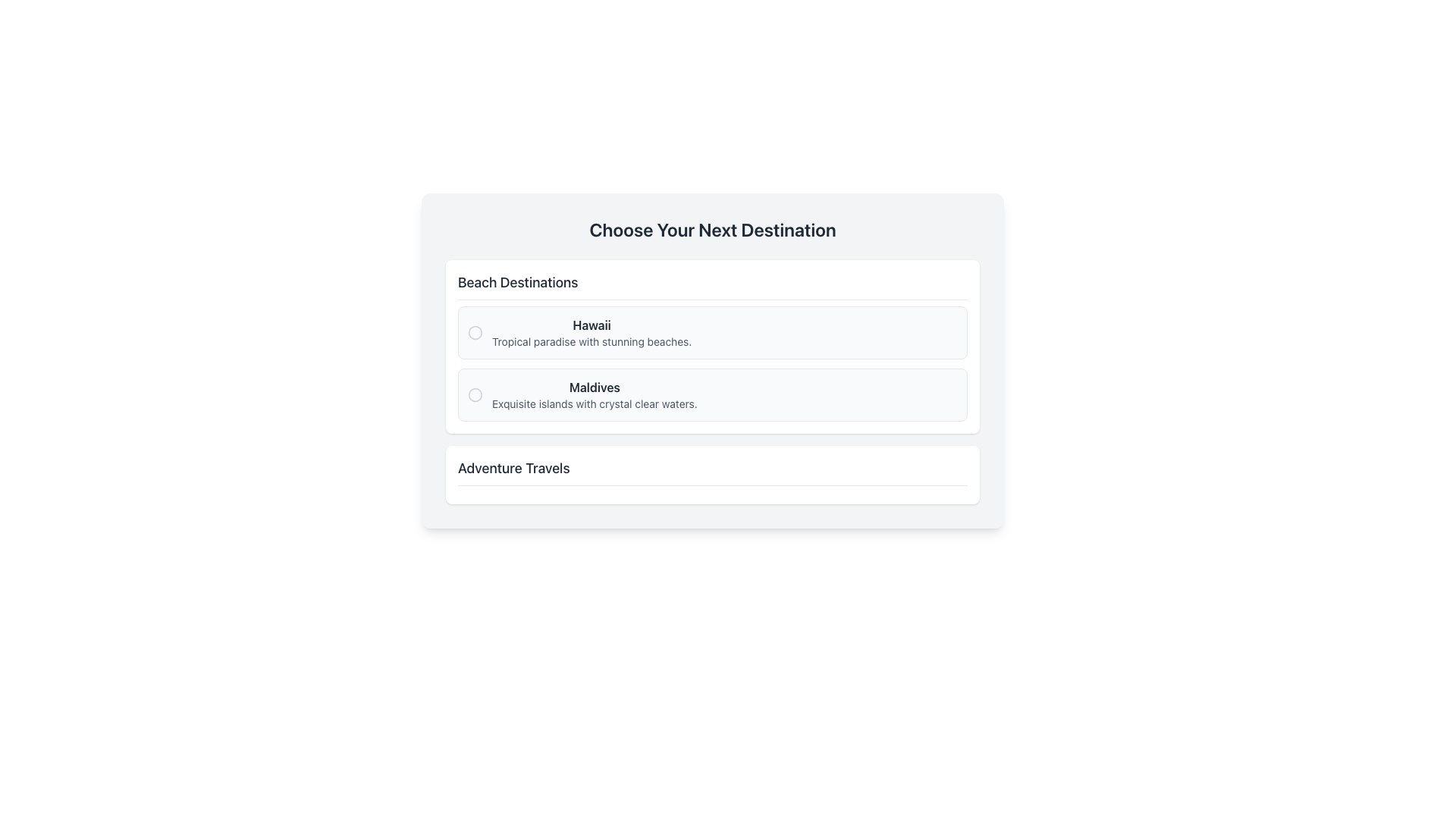 This screenshot has width=1456, height=819. Describe the element at coordinates (591, 332) in the screenshot. I see `the Text Block displaying 'Hawaii' in the 'Beach Destinations' section` at that location.